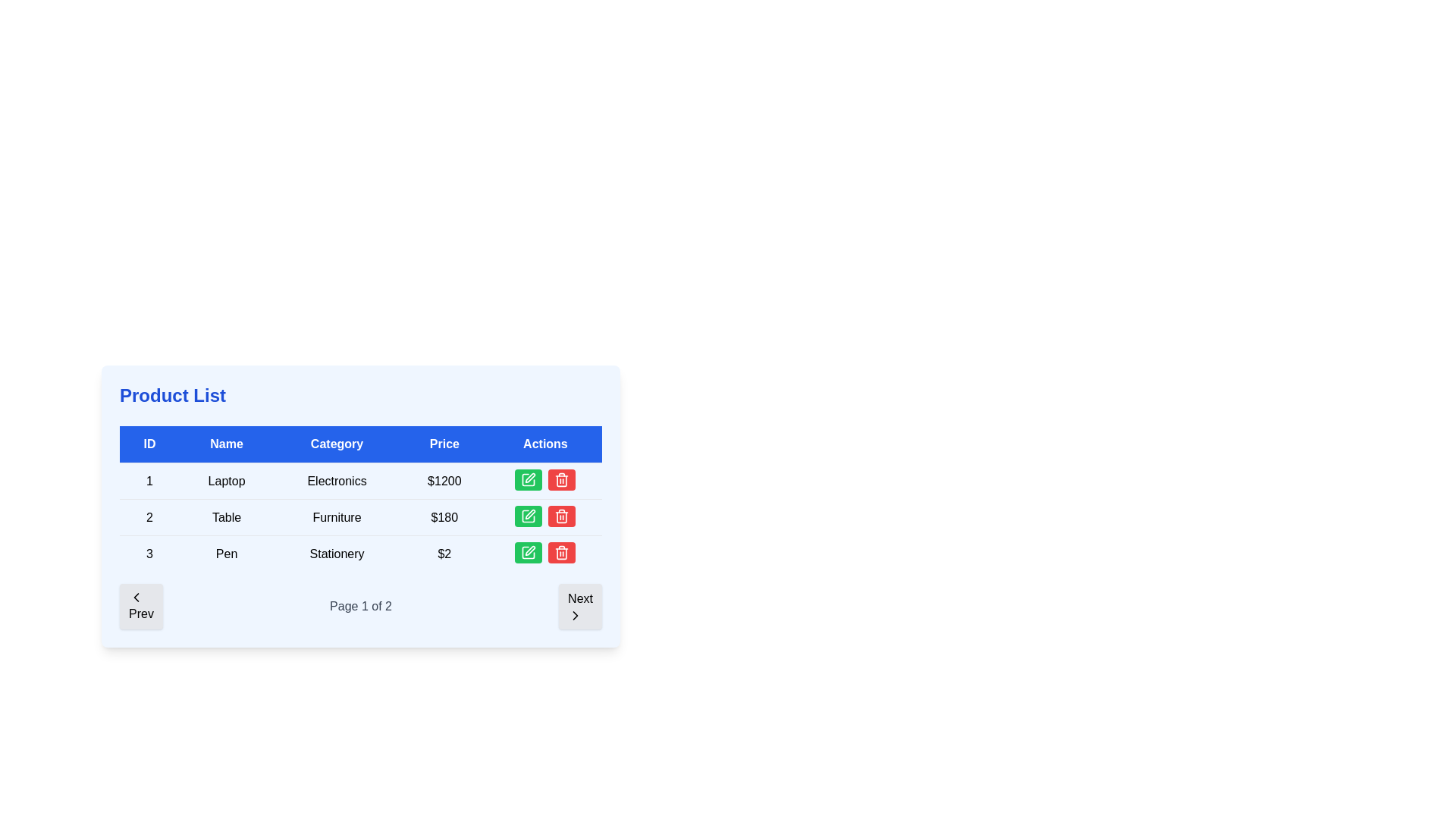  What do you see at coordinates (528, 553) in the screenshot?
I see `the graphical edit button located in the 'Actions' column of the third row in the 'Product List' table` at bounding box center [528, 553].